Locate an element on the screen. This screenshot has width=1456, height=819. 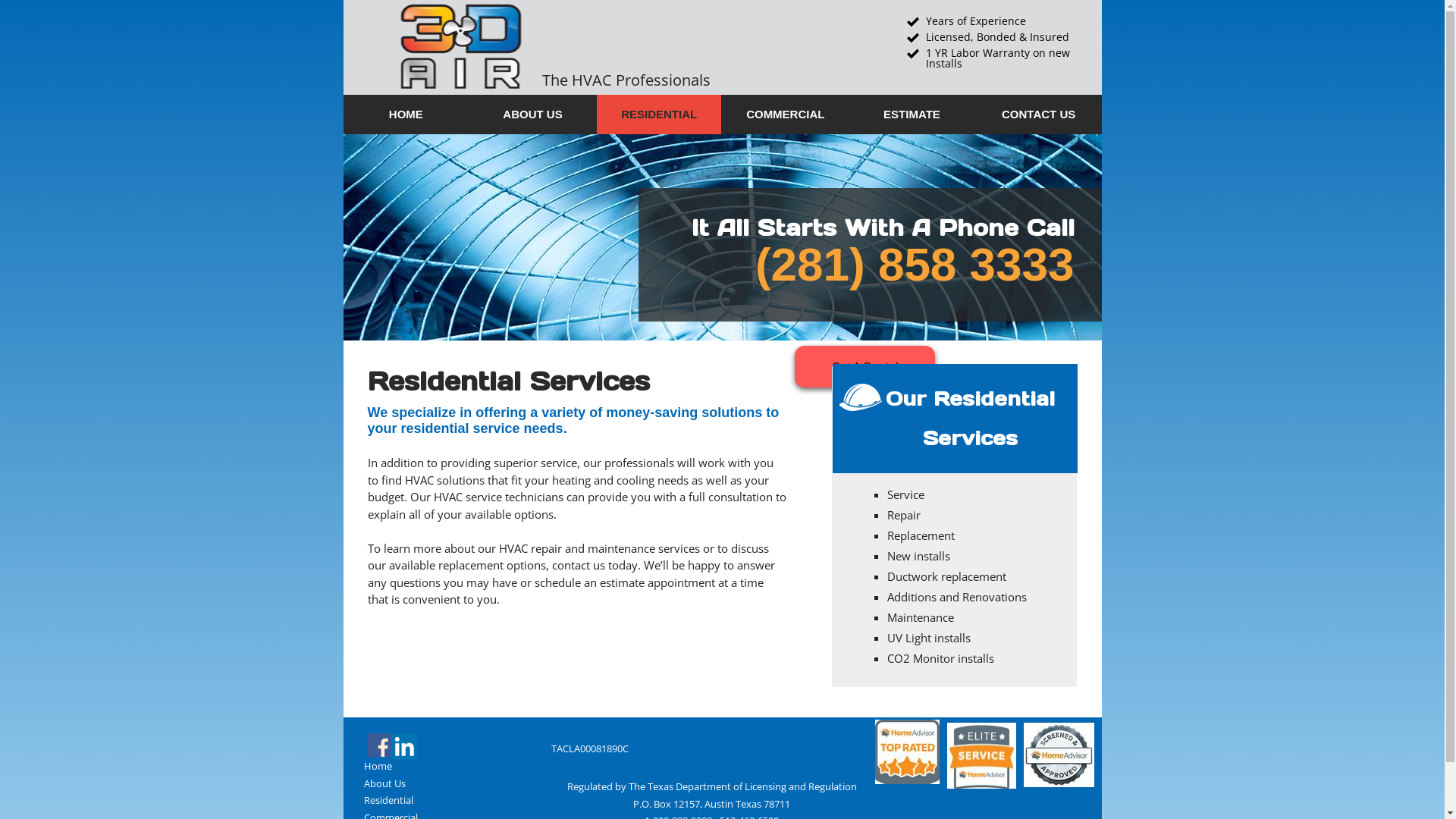
'CONTACT US' is located at coordinates (1037, 114).